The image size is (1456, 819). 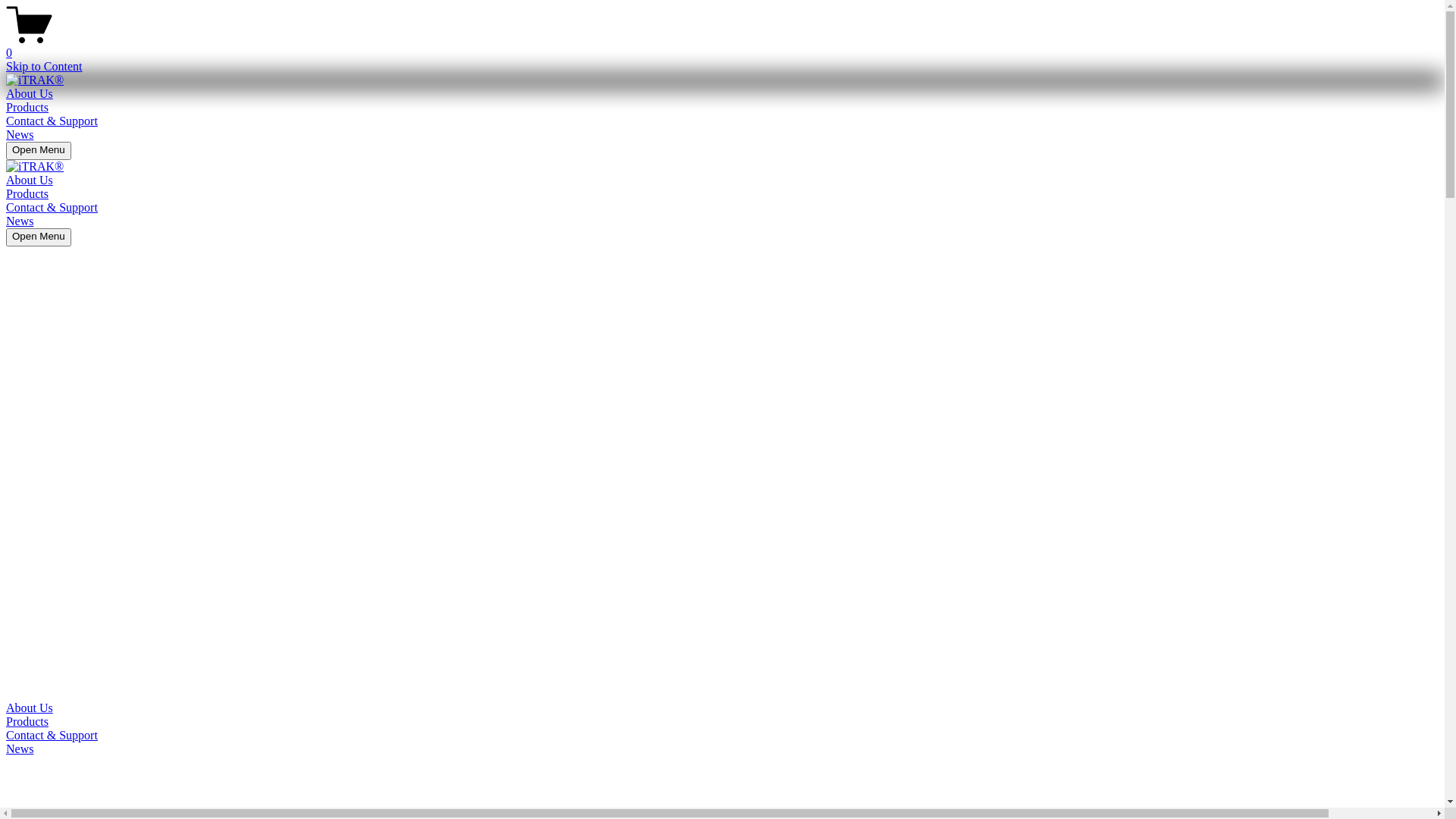 I want to click on 'Products', so click(x=27, y=106).